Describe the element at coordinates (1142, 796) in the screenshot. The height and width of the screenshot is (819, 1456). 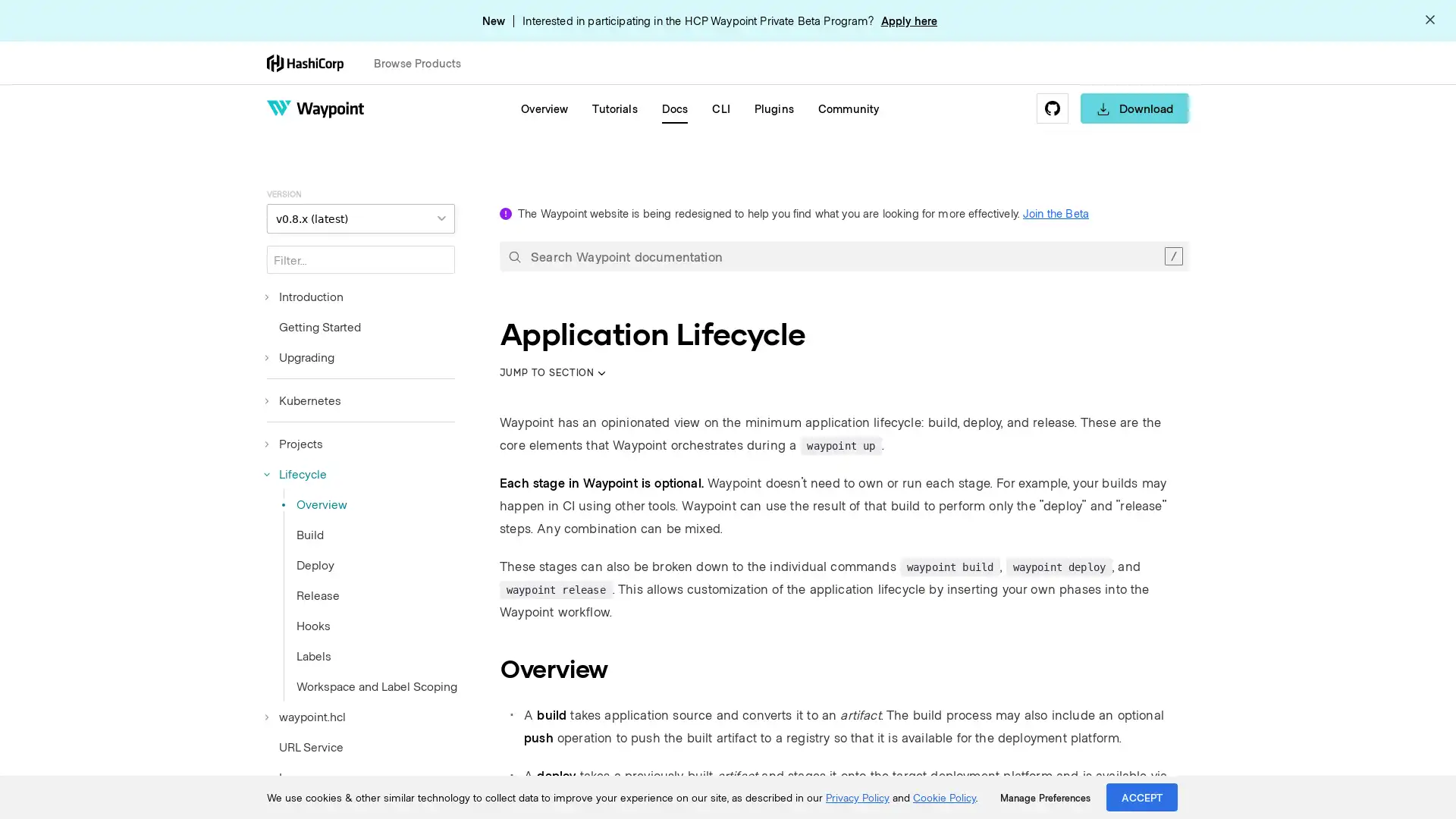
I see `ACCEPT` at that location.